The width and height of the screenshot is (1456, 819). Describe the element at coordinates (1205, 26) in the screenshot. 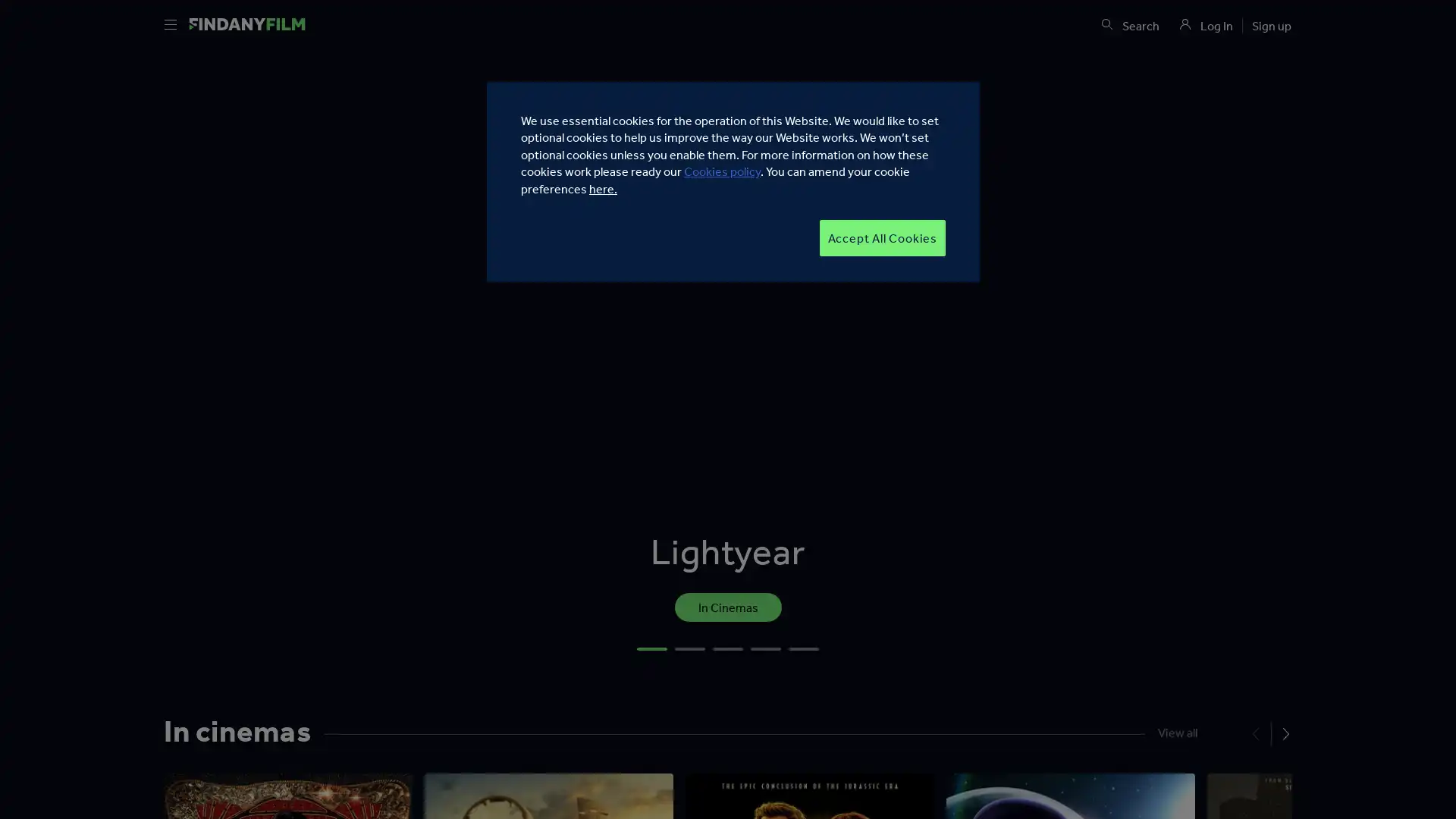

I see `https://d46ogo31onq80.cloudfront.net/master-12c31a25-5dbd-40fc-bf1b-0826cbf743eb/static/media/user.c290f970.svg Log In` at that location.